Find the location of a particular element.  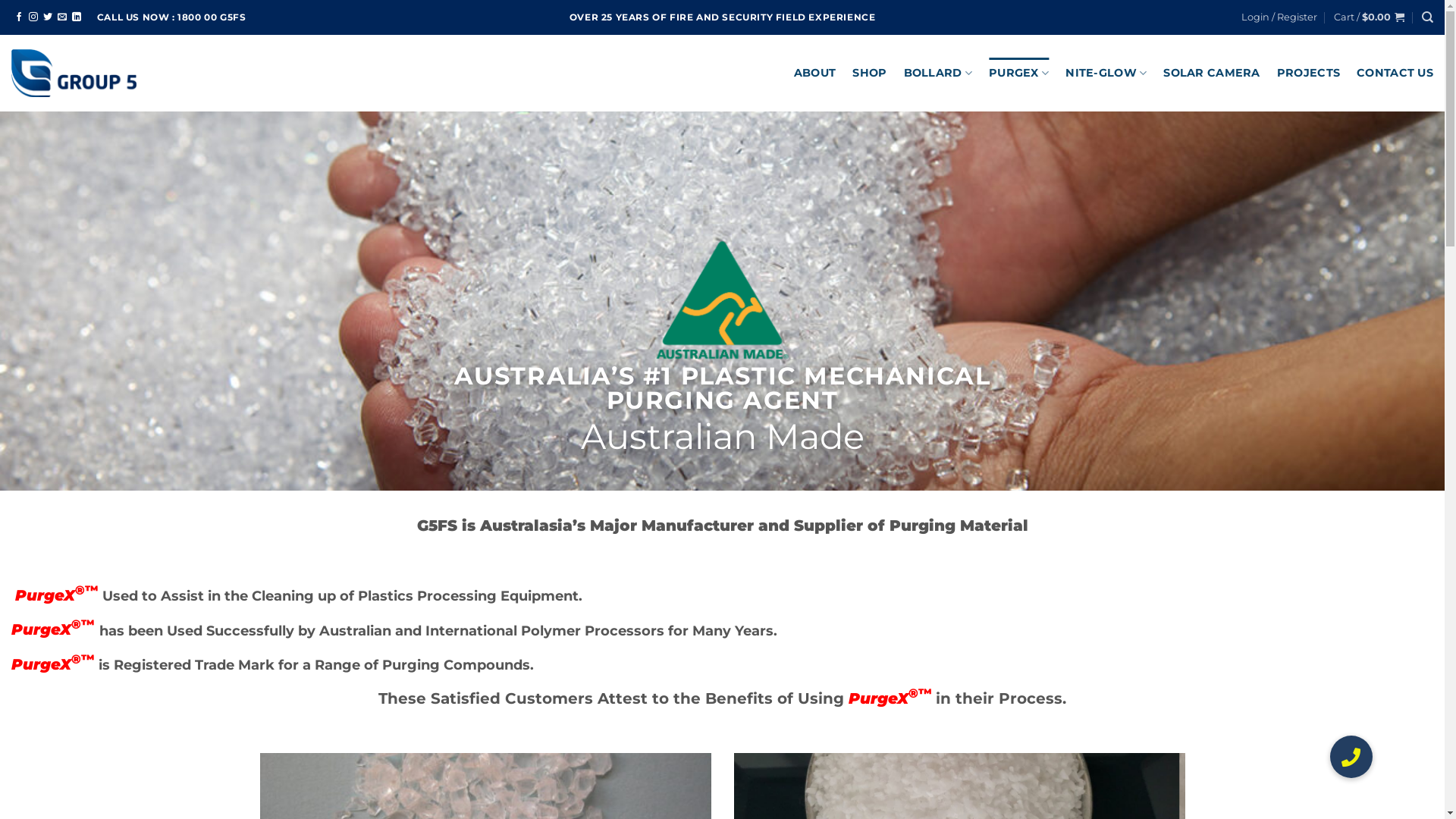

'PURGEX' is located at coordinates (1018, 73).